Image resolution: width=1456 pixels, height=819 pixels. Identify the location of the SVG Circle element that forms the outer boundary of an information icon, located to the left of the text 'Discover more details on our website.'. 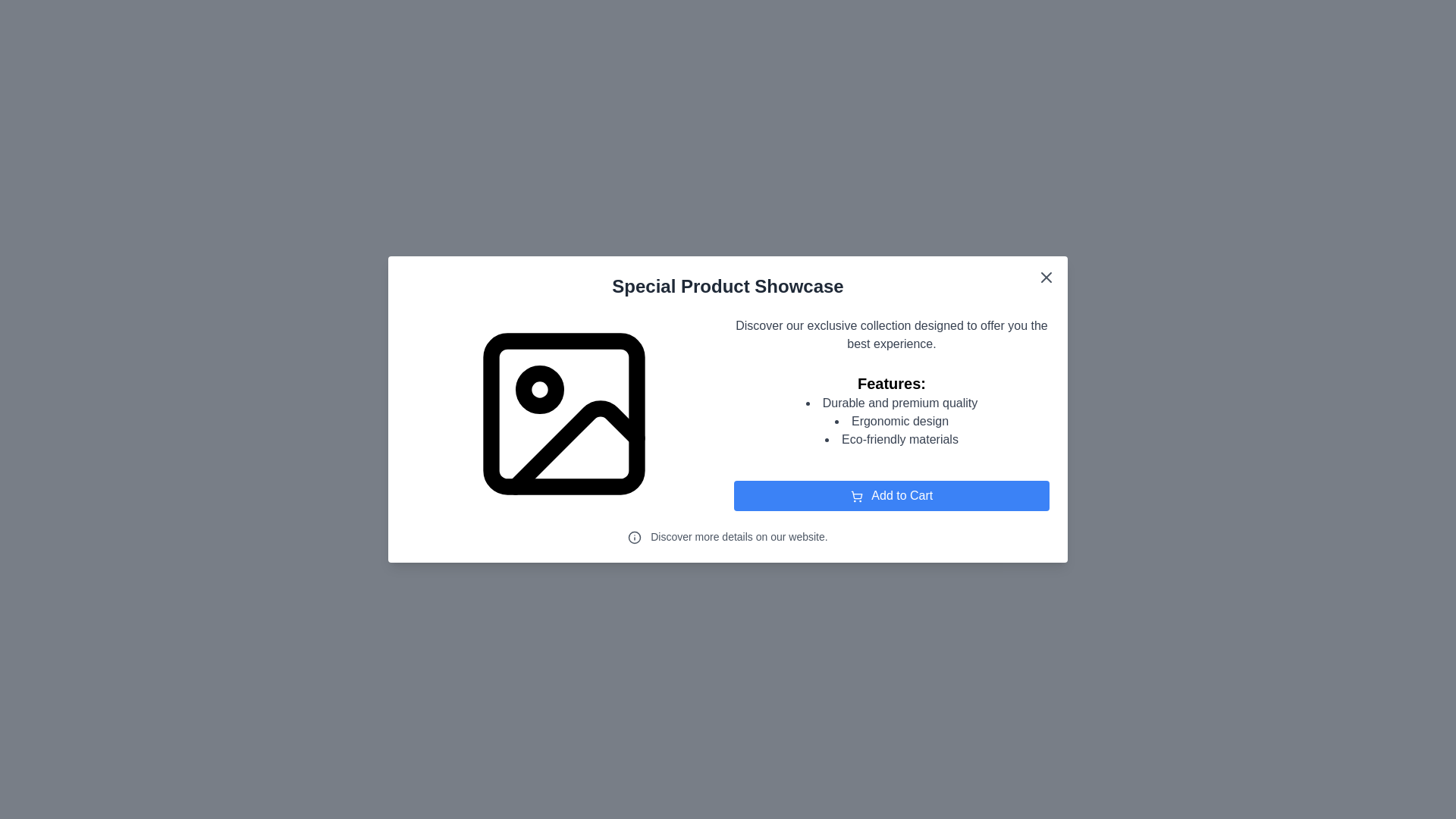
(635, 537).